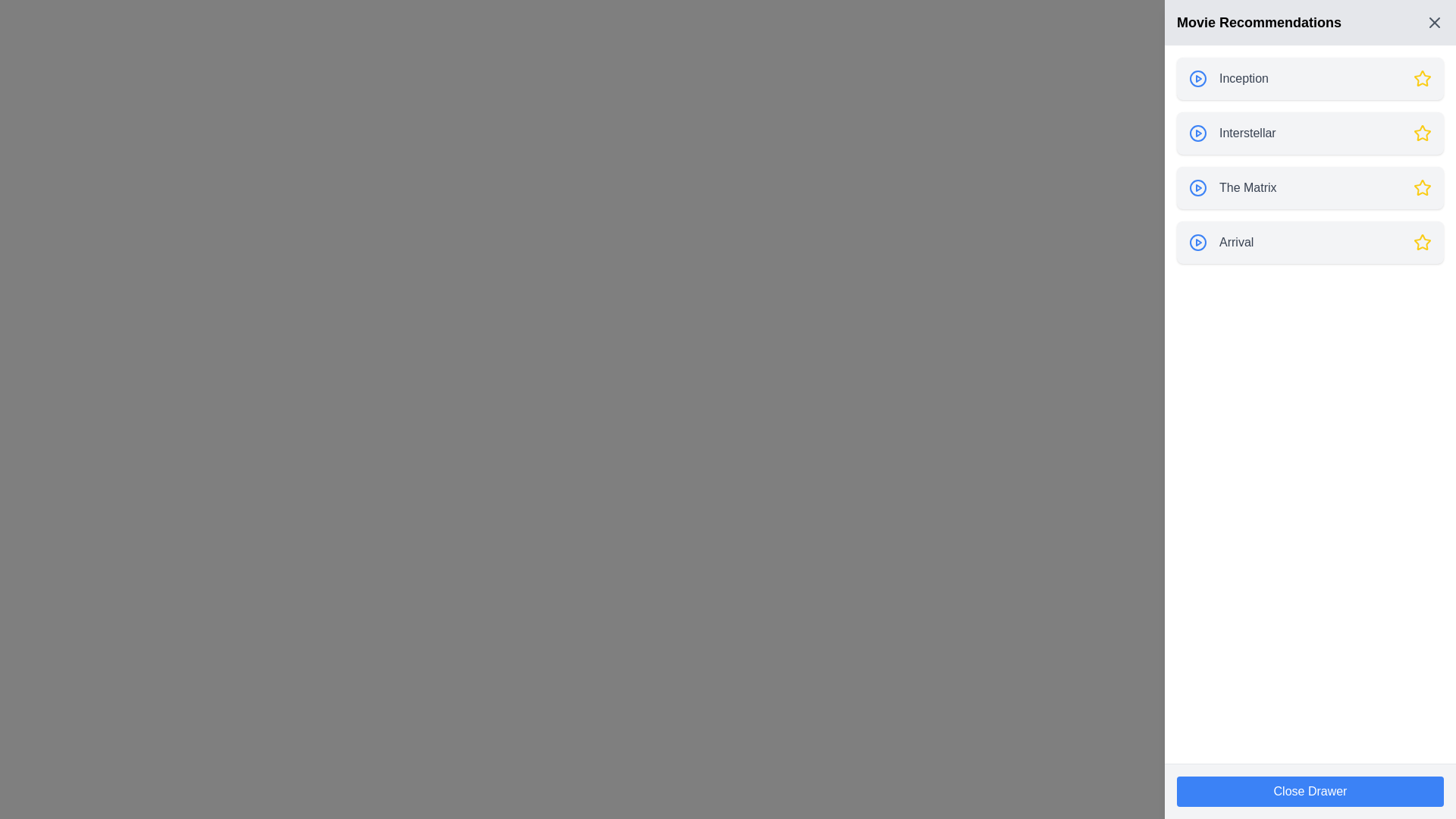 This screenshot has width=1456, height=819. I want to click on the star-shaped icon button with a yellow outline located at the far-right end of the 'Interstellar' row in the 'Movie Recommendations' panel, so click(1422, 132).